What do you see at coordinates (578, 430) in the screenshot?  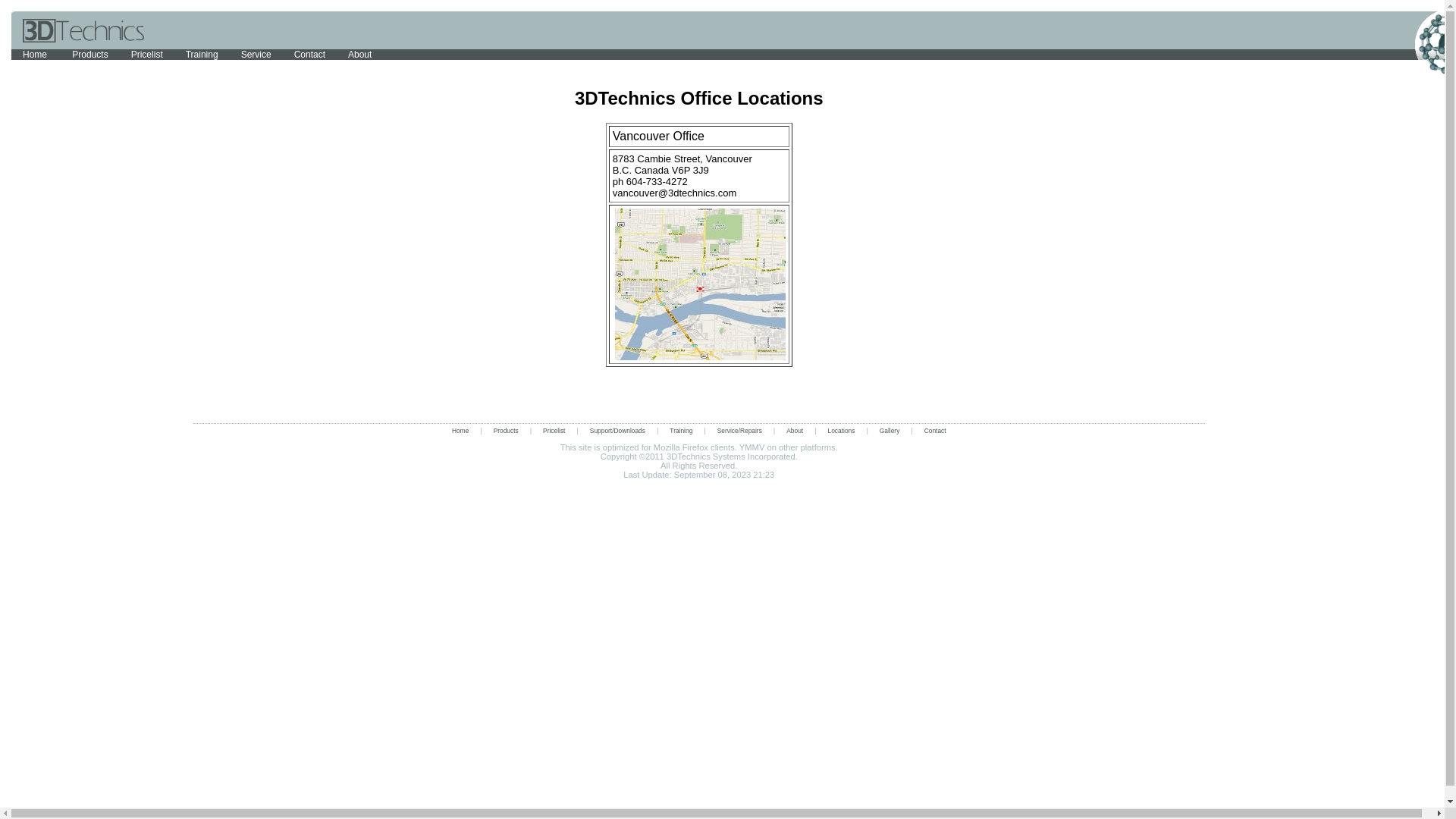 I see `'Support/Downloads'` at bounding box center [578, 430].